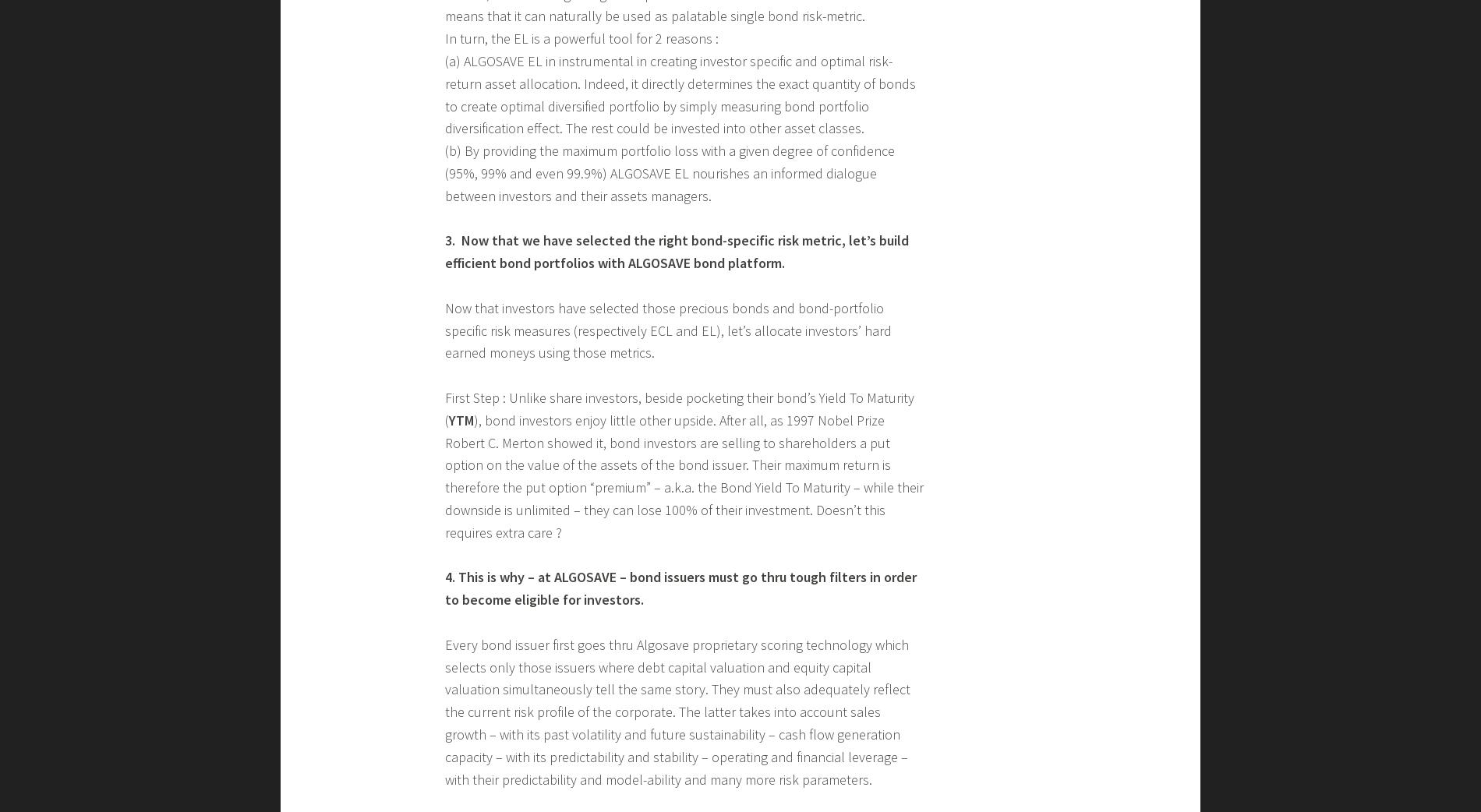 Image resolution: width=1481 pixels, height=812 pixels. I want to click on 'In turn, the EL is a powerful tool for 2 reasons :', so click(444, 37).